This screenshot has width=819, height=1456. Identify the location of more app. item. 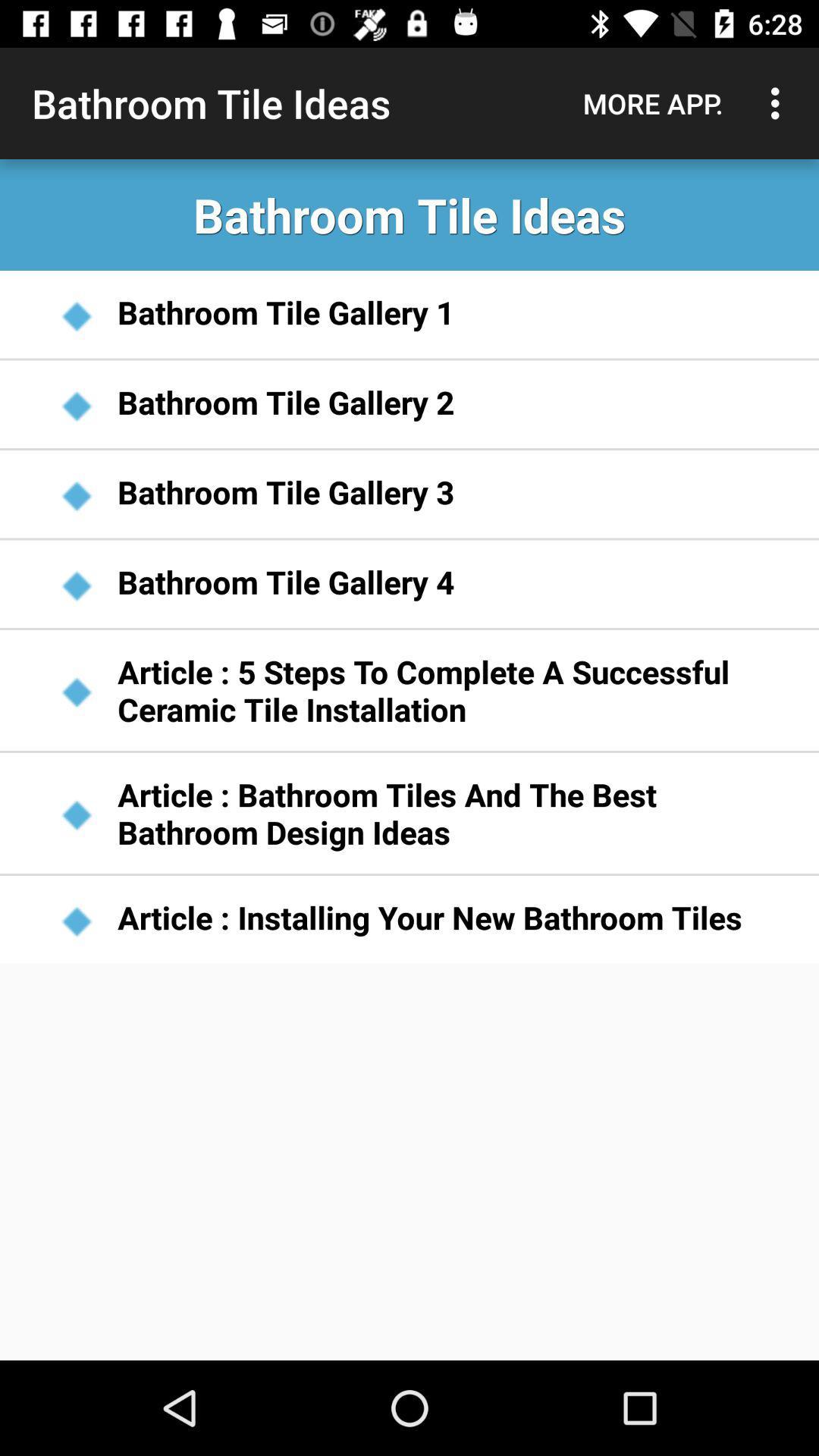
(652, 102).